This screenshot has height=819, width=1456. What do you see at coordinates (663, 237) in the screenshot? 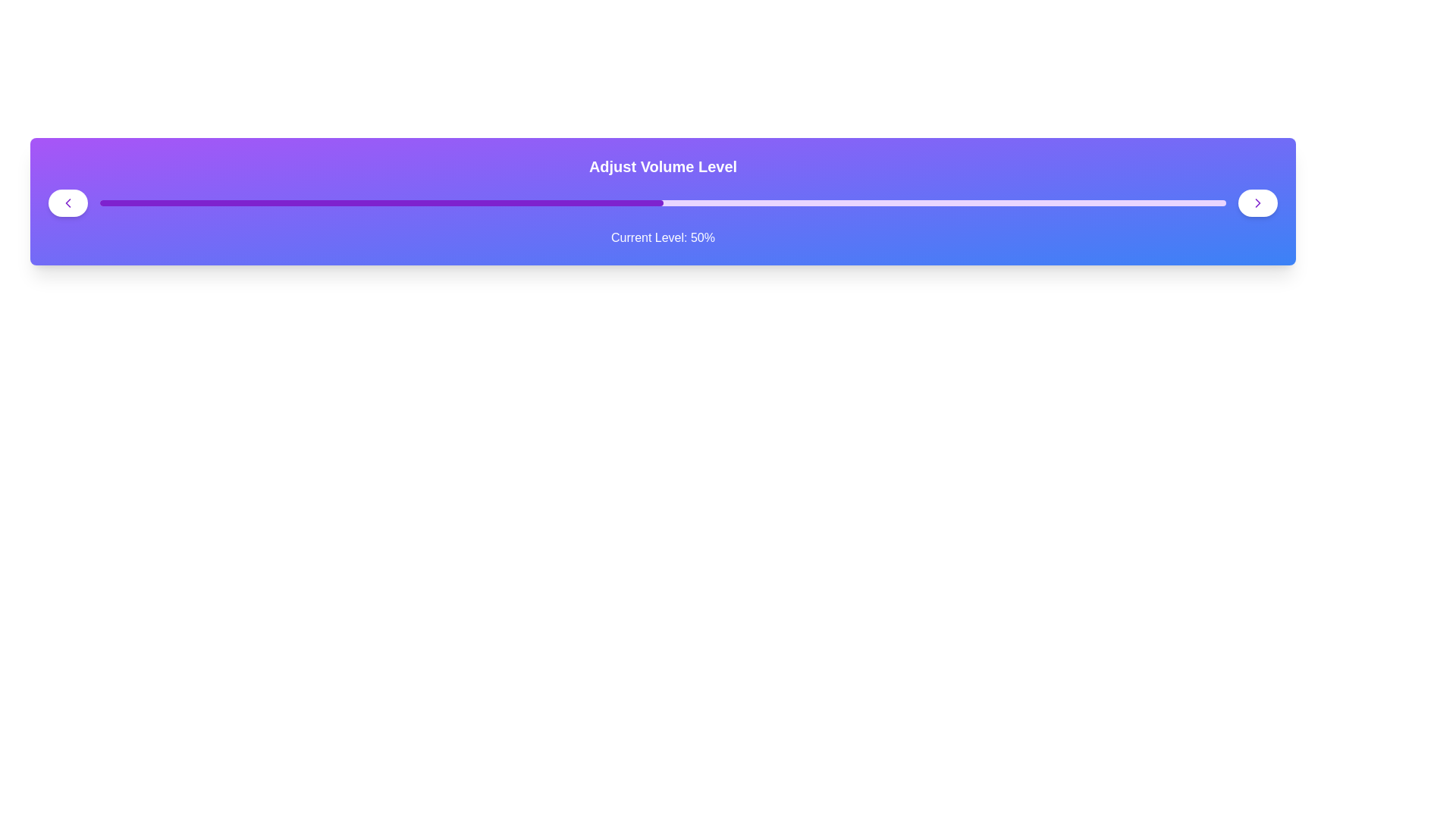
I see `the text display showing 'Current Level: 50%' to understand the current volume level` at bounding box center [663, 237].